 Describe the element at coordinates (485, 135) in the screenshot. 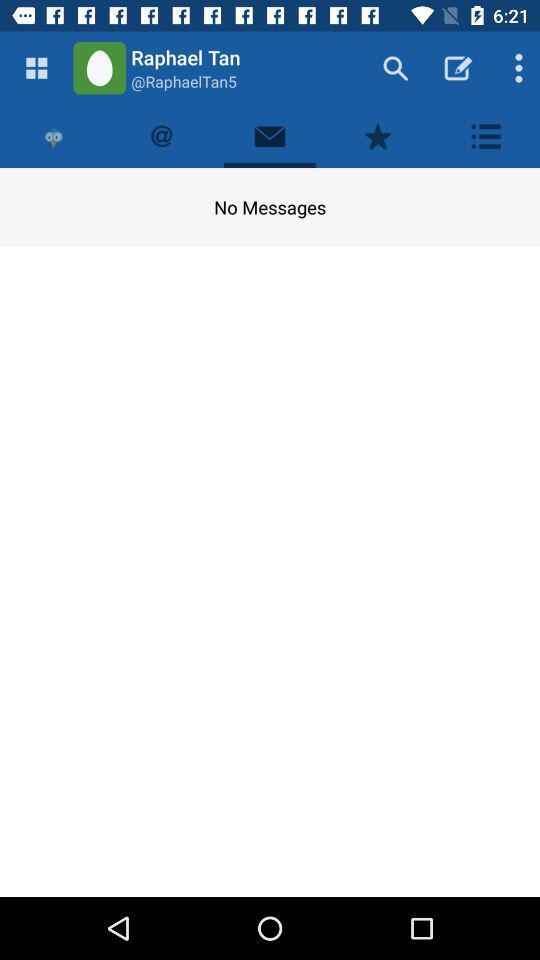

I see `options` at that location.